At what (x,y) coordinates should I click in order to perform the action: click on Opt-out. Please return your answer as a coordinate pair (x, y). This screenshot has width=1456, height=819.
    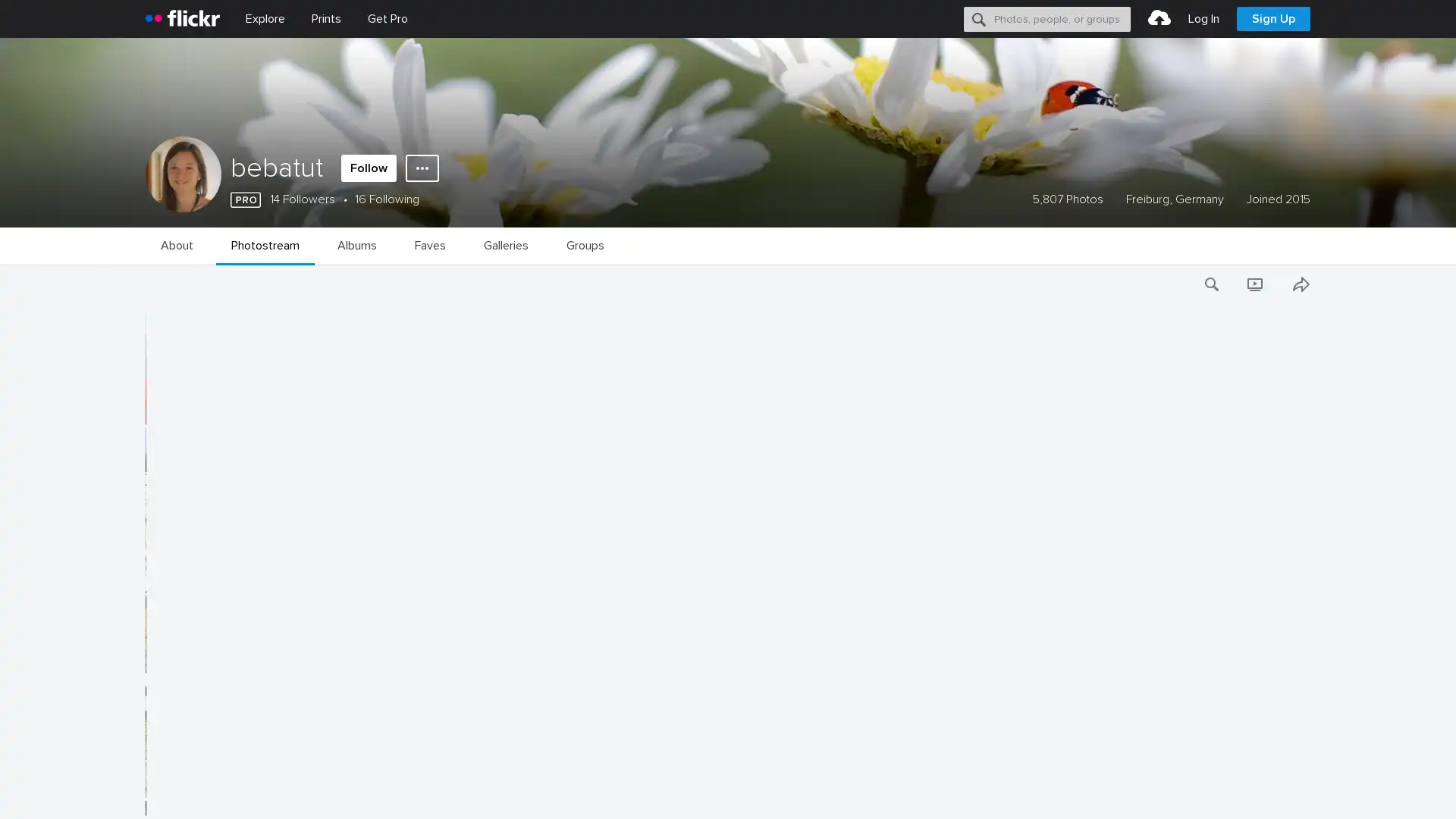
    Looking at the image, I should click on (1225, 789).